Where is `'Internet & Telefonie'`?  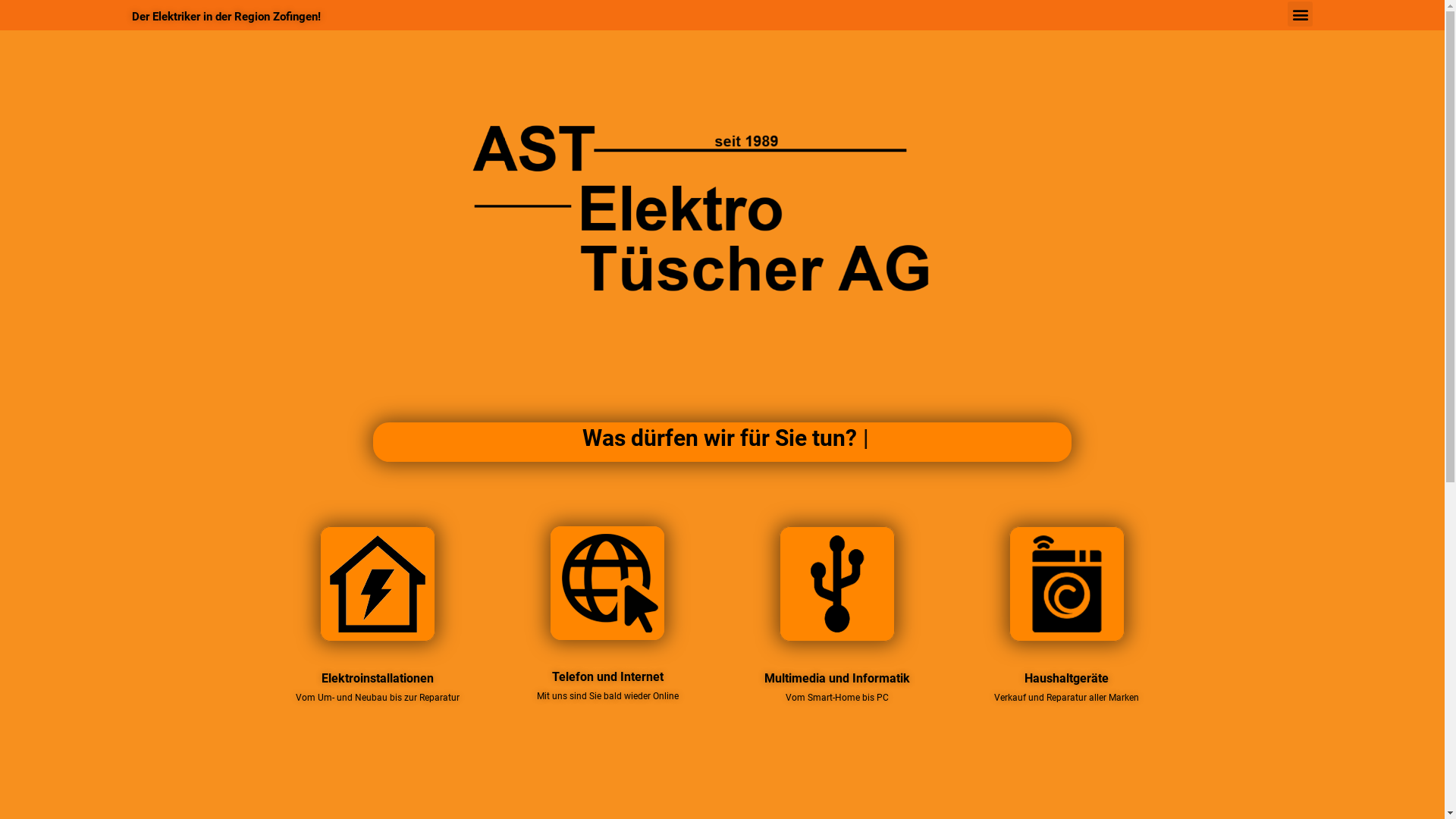 'Internet & Telefonie' is located at coordinates (607, 582).